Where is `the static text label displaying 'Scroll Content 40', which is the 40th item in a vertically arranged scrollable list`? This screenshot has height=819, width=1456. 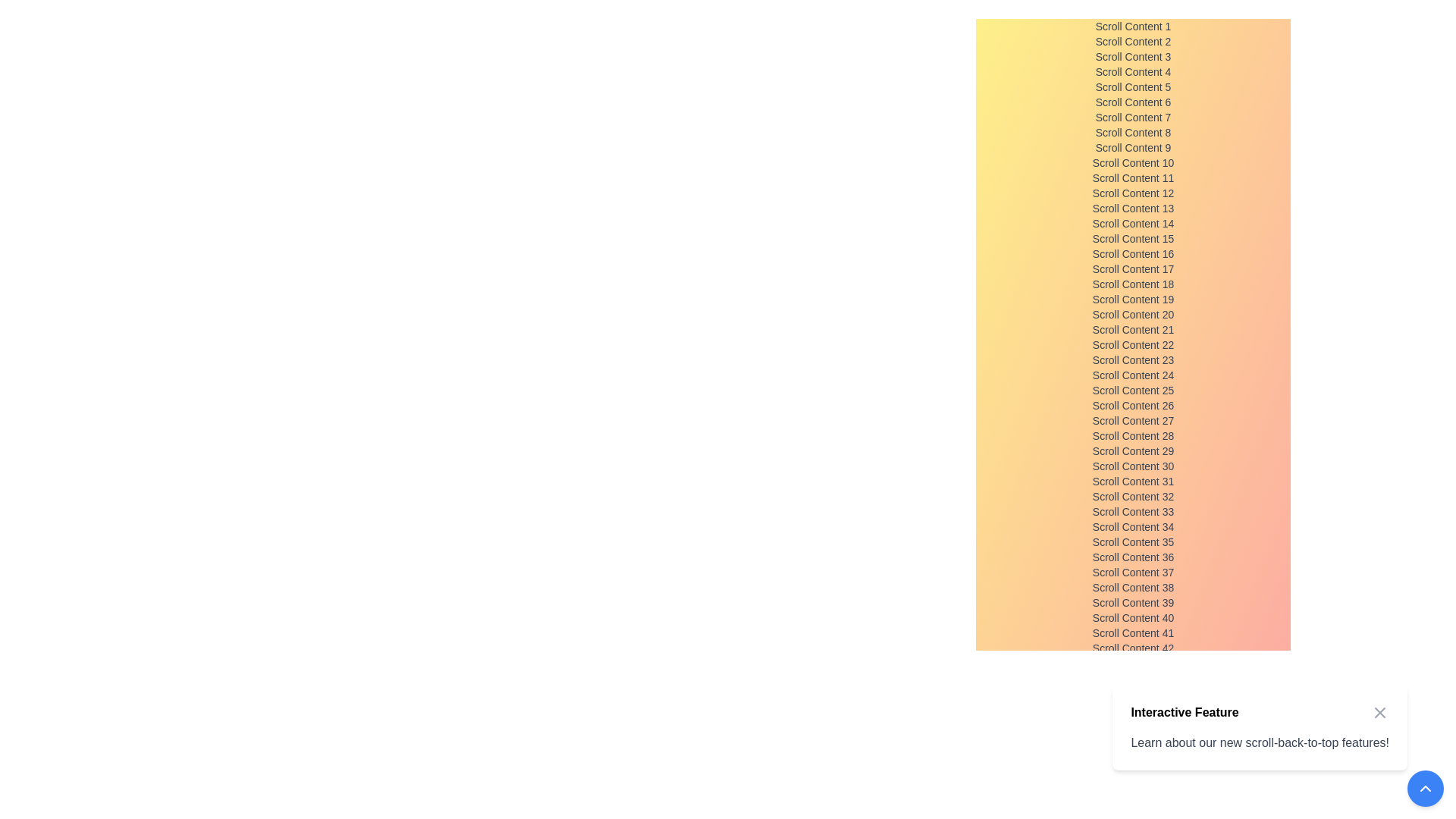
the static text label displaying 'Scroll Content 40', which is the 40th item in a vertically arranged scrollable list is located at coordinates (1133, 617).